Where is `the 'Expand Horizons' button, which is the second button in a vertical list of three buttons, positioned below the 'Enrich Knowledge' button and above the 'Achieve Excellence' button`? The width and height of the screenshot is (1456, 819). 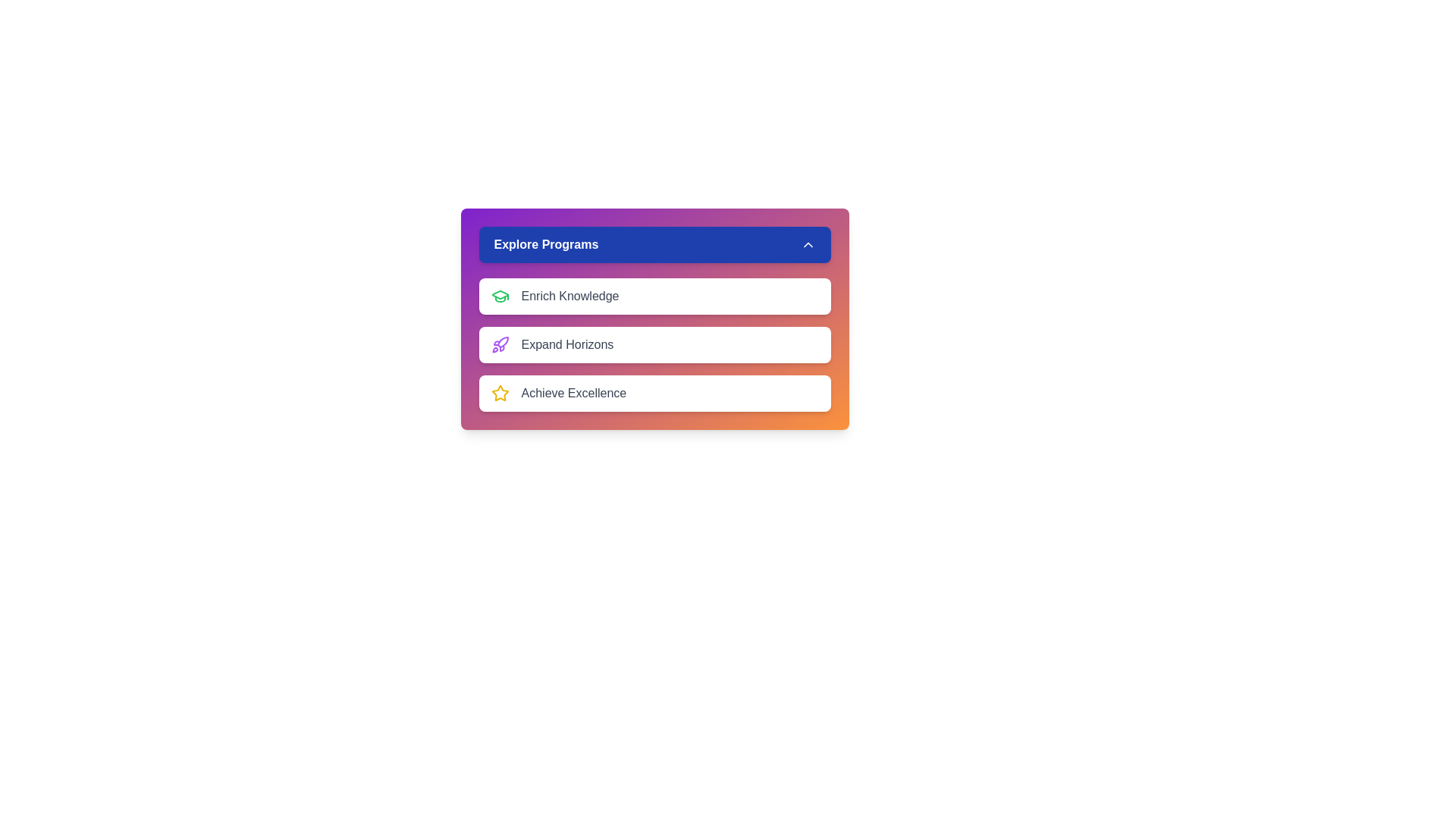 the 'Expand Horizons' button, which is the second button in a vertical list of three buttons, positioned below the 'Enrich Knowledge' button and above the 'Achieve Excellence' button is located at coordinates (654, 345).